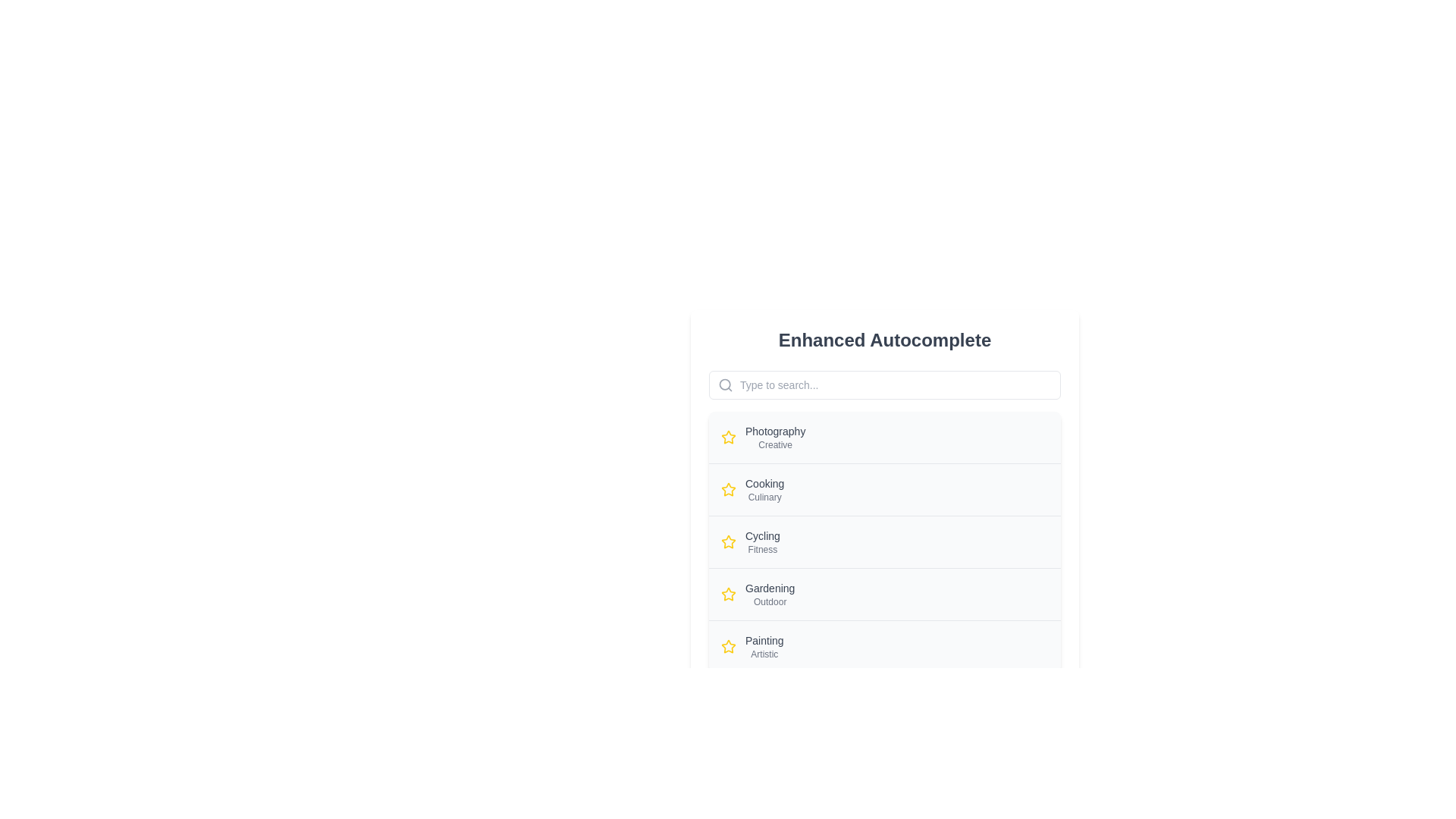 This screenshot has width=1456, height=819. What do you see at coordinates (775, 444) in the screenshot?
I see `the static text element that provides additional descriptive information about 'Photography', positioned below the main heading 'Photography'` at bounding box center [775, 444].